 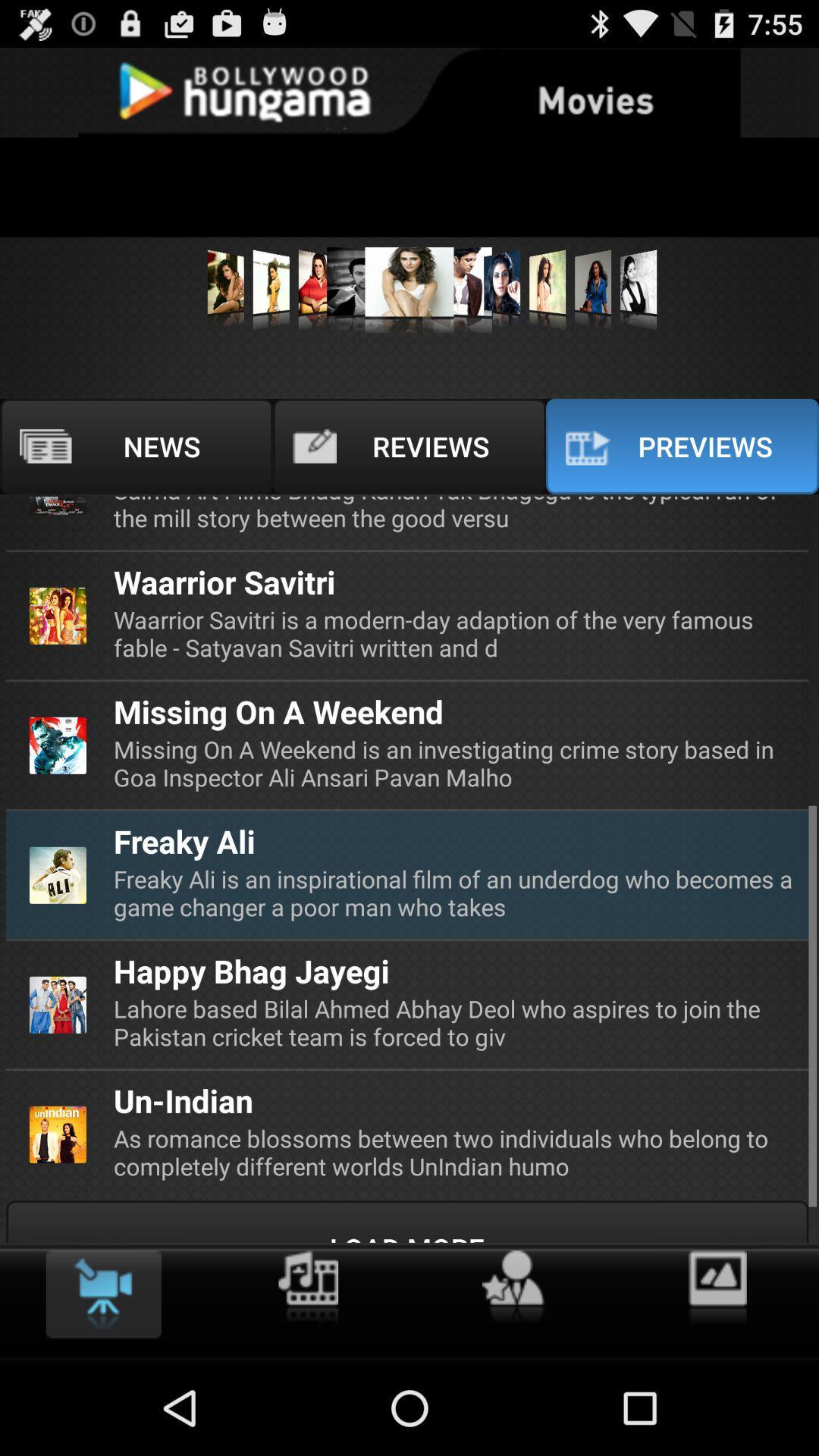 What do you see at coordinates (681, 446) in the screenshot?
I see `the previews` at bounding box center [681, 446].